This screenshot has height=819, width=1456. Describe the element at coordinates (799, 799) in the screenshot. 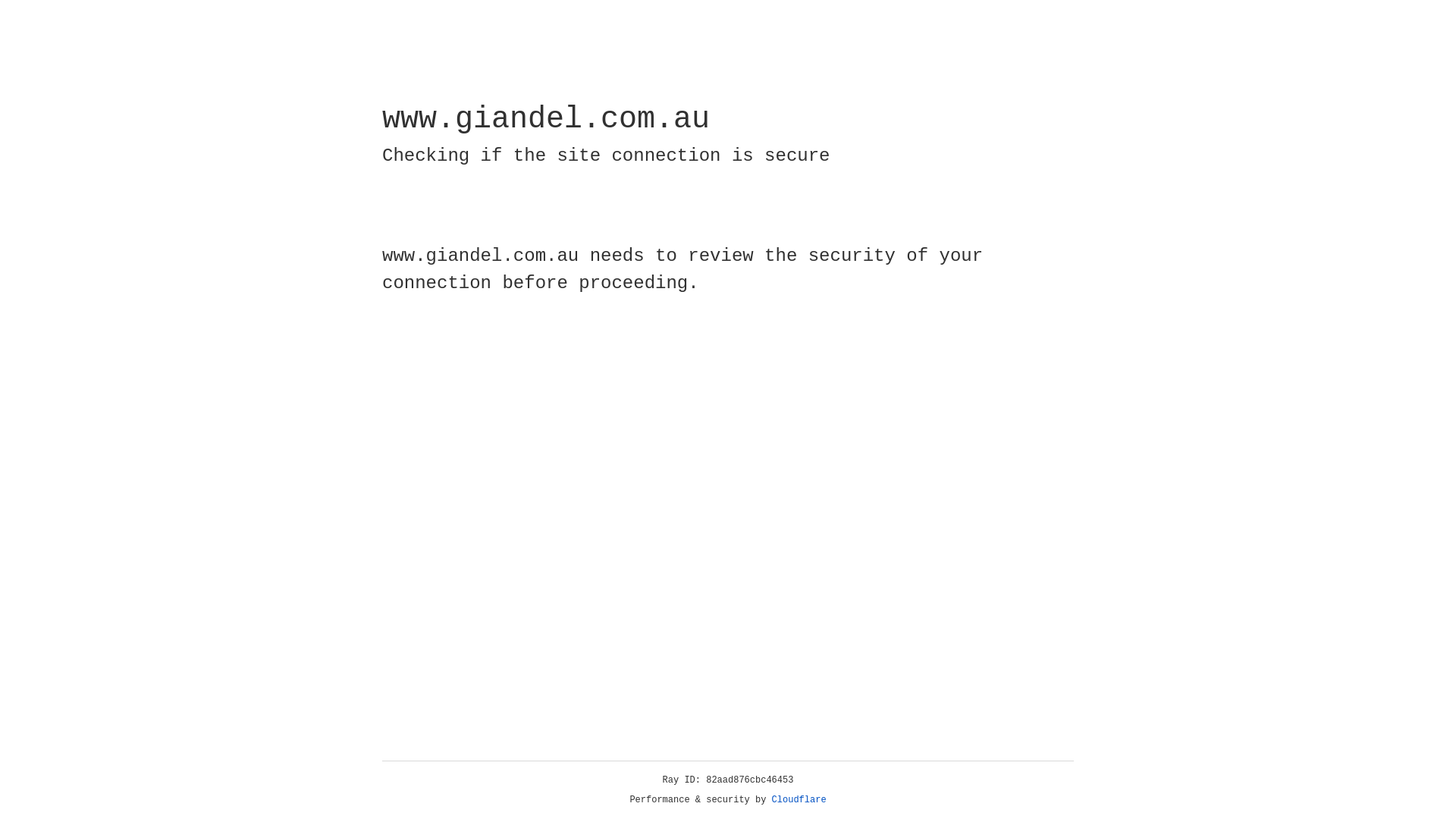

I see `'Cloudflare'` at that location.